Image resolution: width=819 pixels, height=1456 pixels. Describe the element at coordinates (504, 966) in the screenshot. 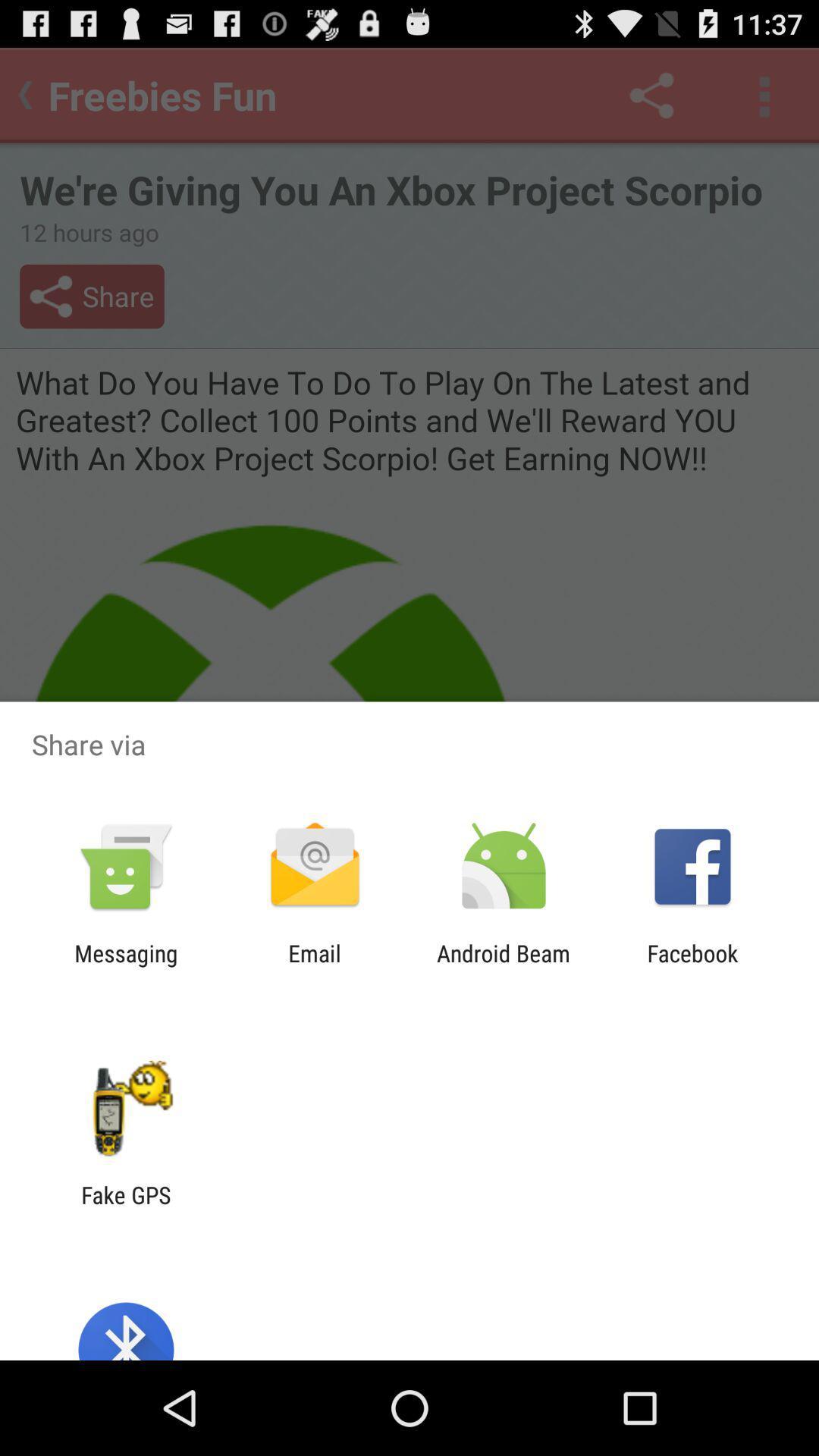

I see `the app to the right of the email item` at that location.